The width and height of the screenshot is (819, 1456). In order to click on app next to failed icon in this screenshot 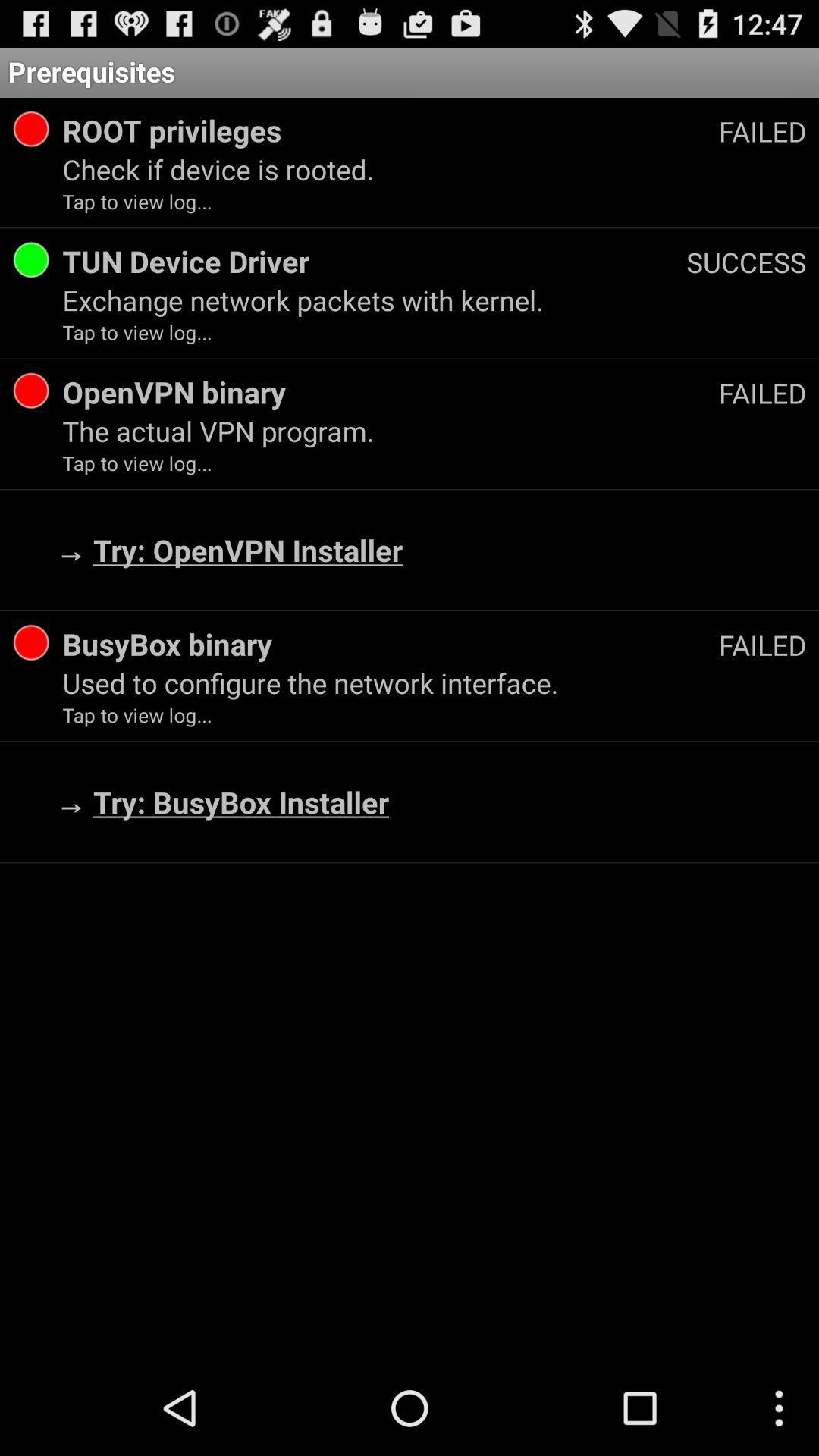, I will do `click(390, 130)`.